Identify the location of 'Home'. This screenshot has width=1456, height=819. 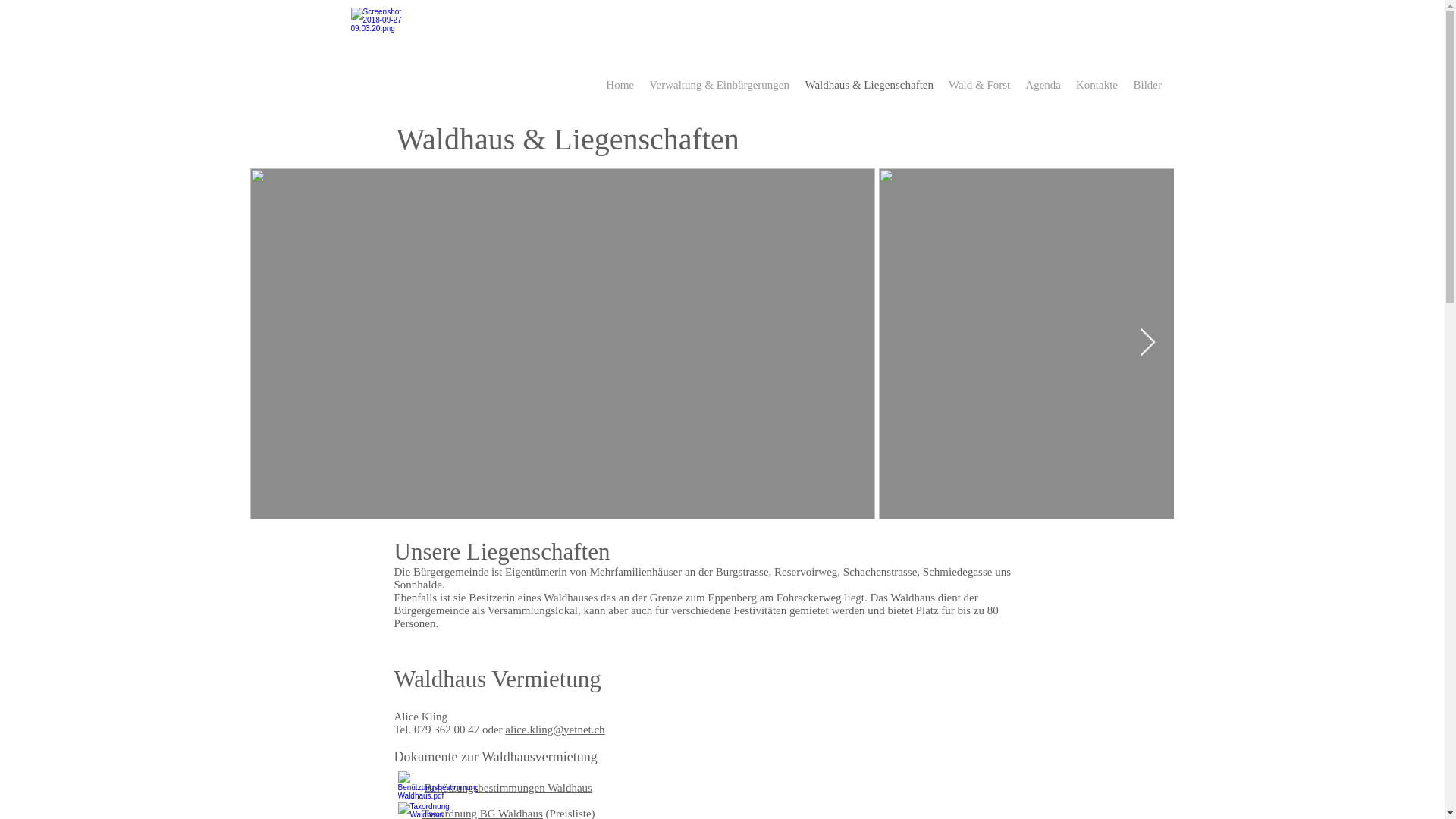
(620, 85).